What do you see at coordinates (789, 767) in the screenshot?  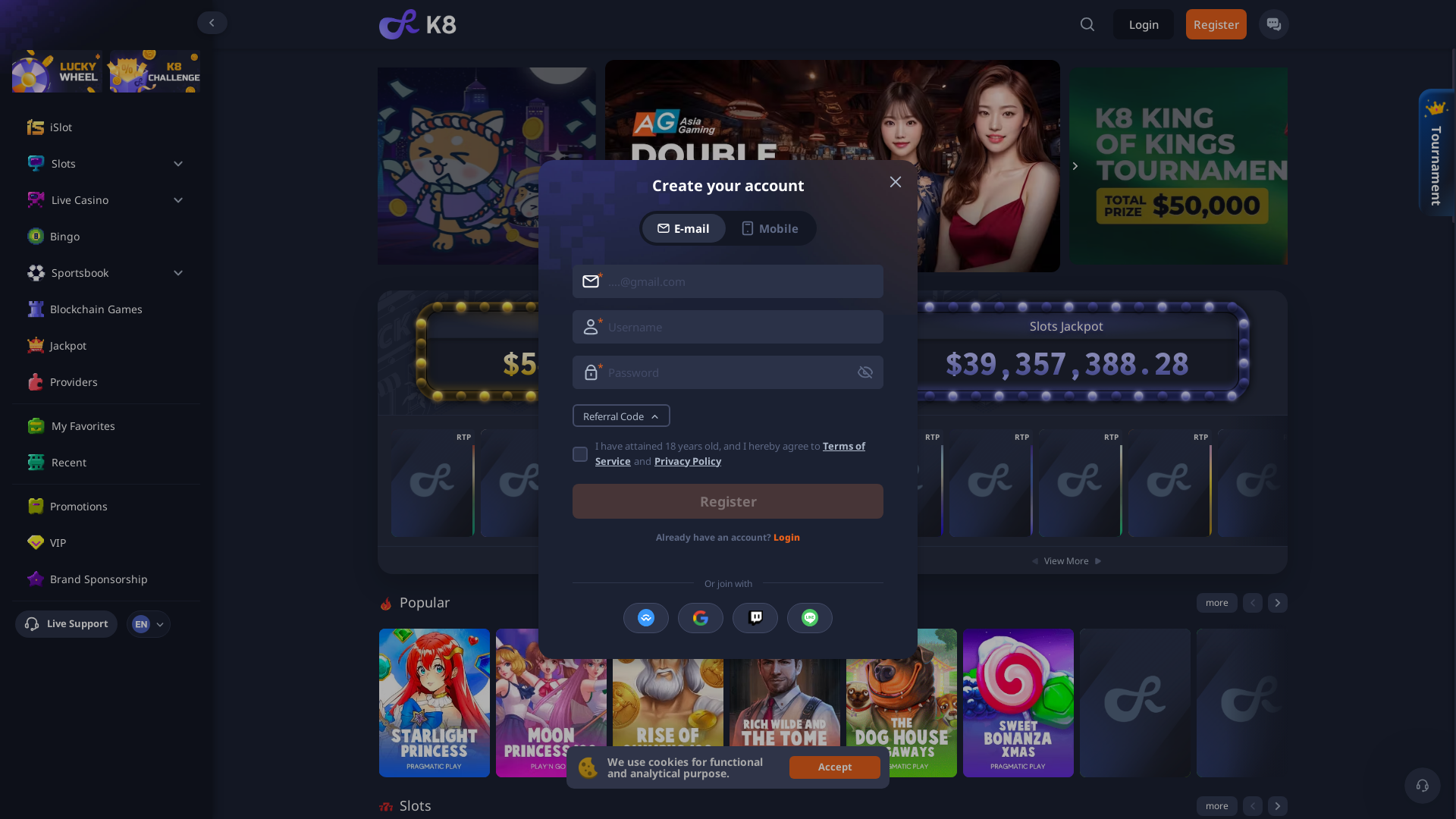 I see `'Accept'` at bounding box center [789, 767].